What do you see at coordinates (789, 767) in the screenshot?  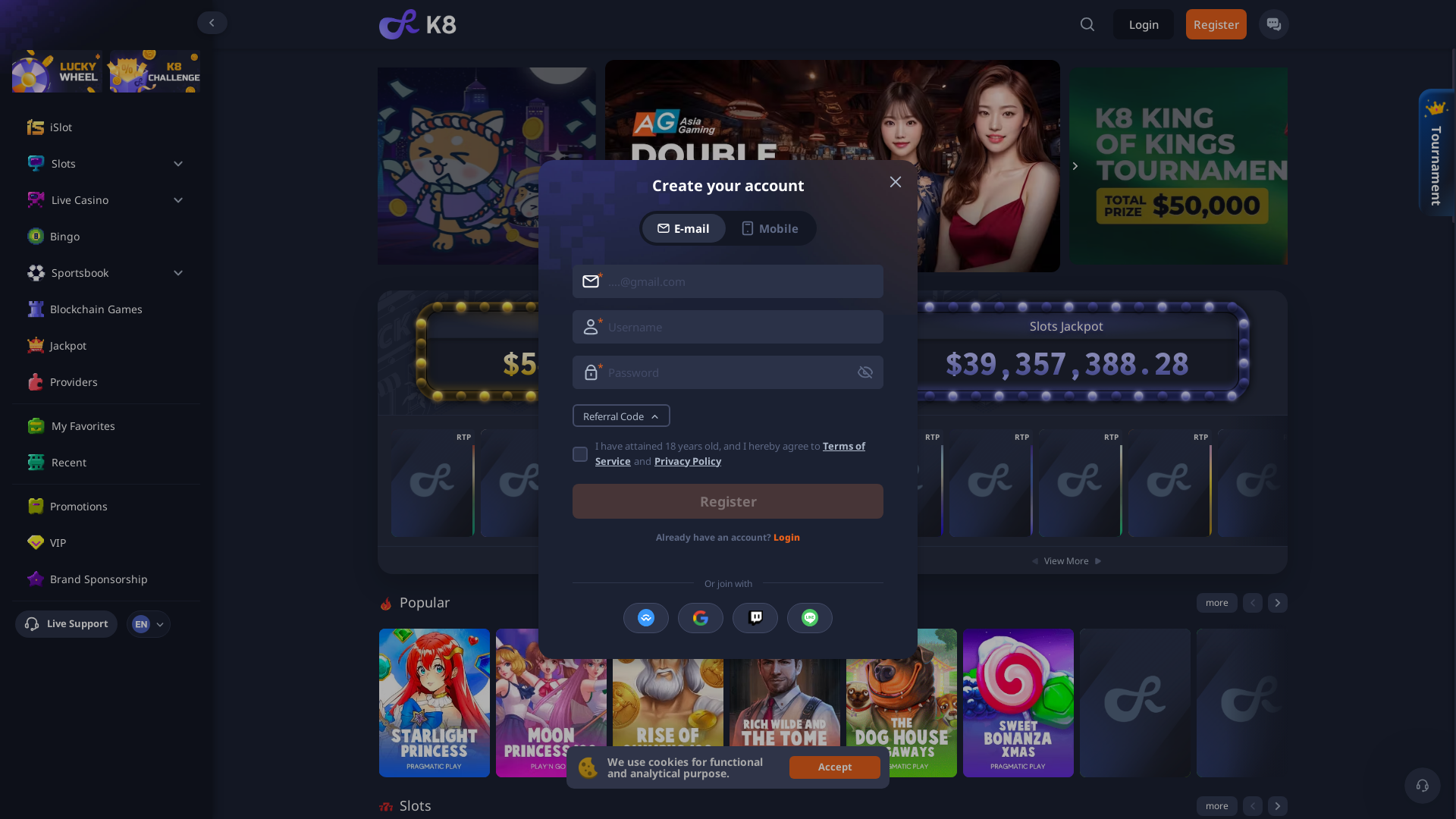 I see `'Accept'` at bounding box center [789, 767].